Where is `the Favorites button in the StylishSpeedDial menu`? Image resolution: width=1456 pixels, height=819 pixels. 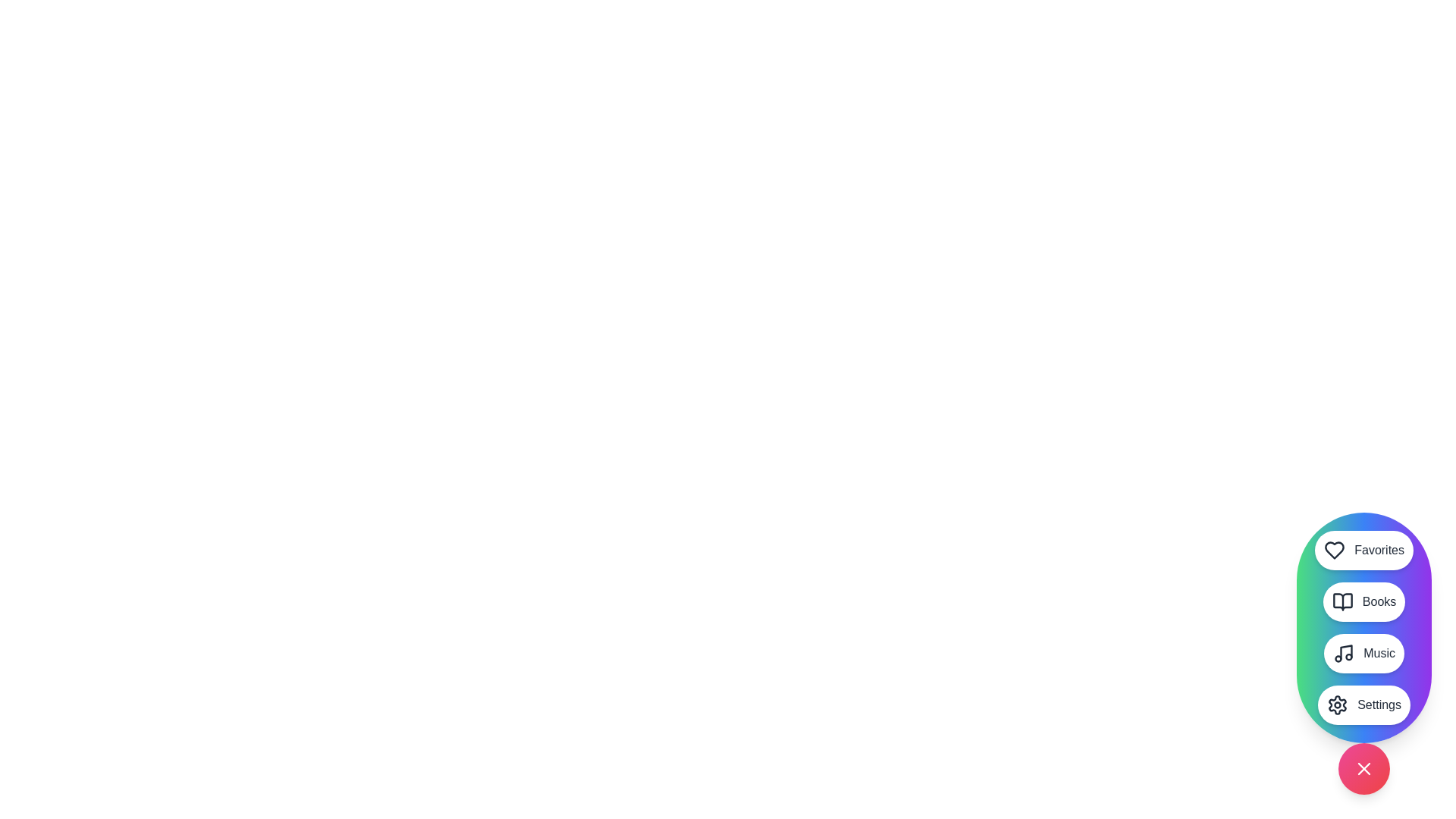 the Favorites button in the StylishSpeedDial menu is located at coordinates (1364, 550).